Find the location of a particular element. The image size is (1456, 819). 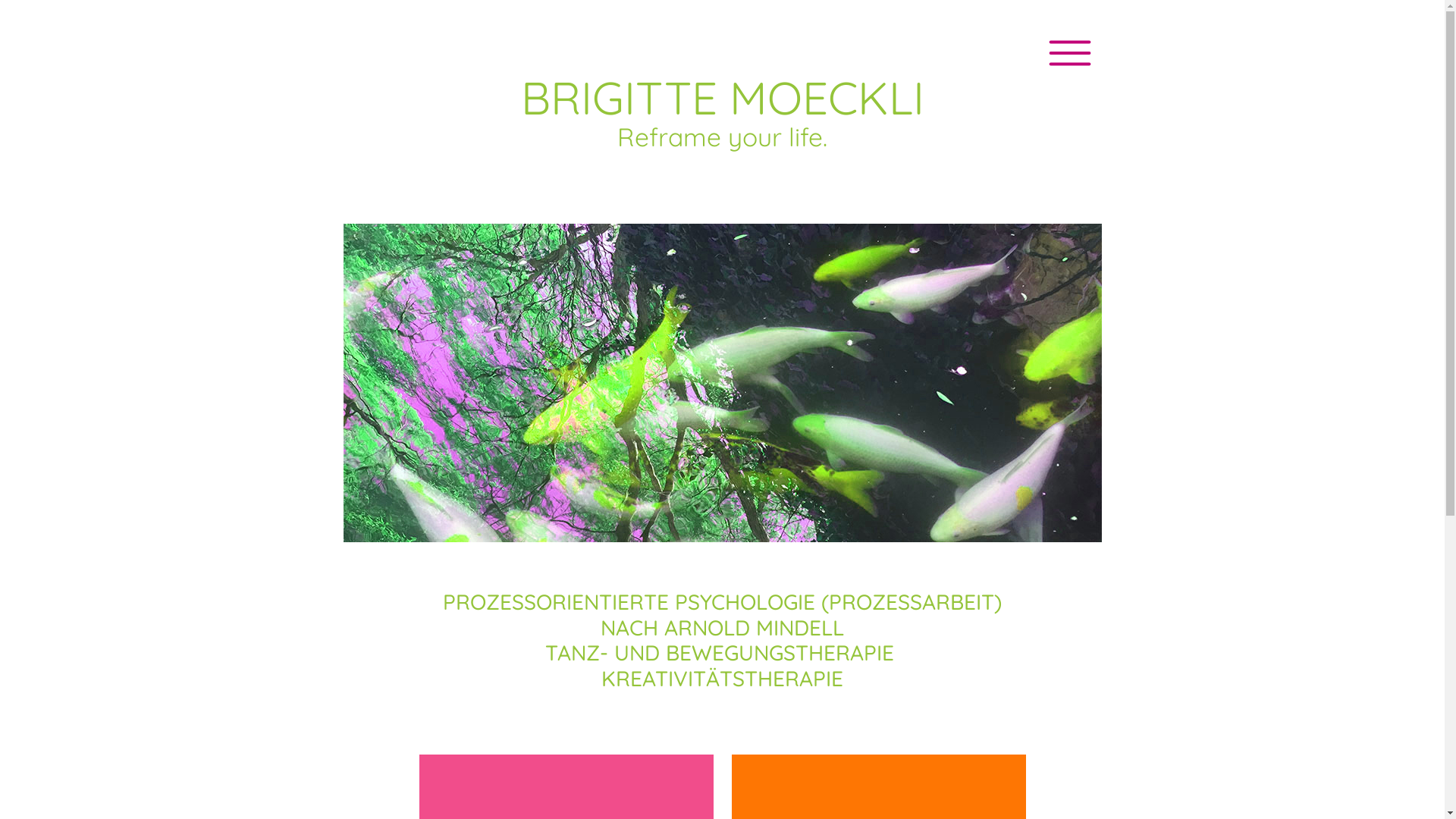

'BRIGITTE MOECKLI' is located at coordinates (720, 97).